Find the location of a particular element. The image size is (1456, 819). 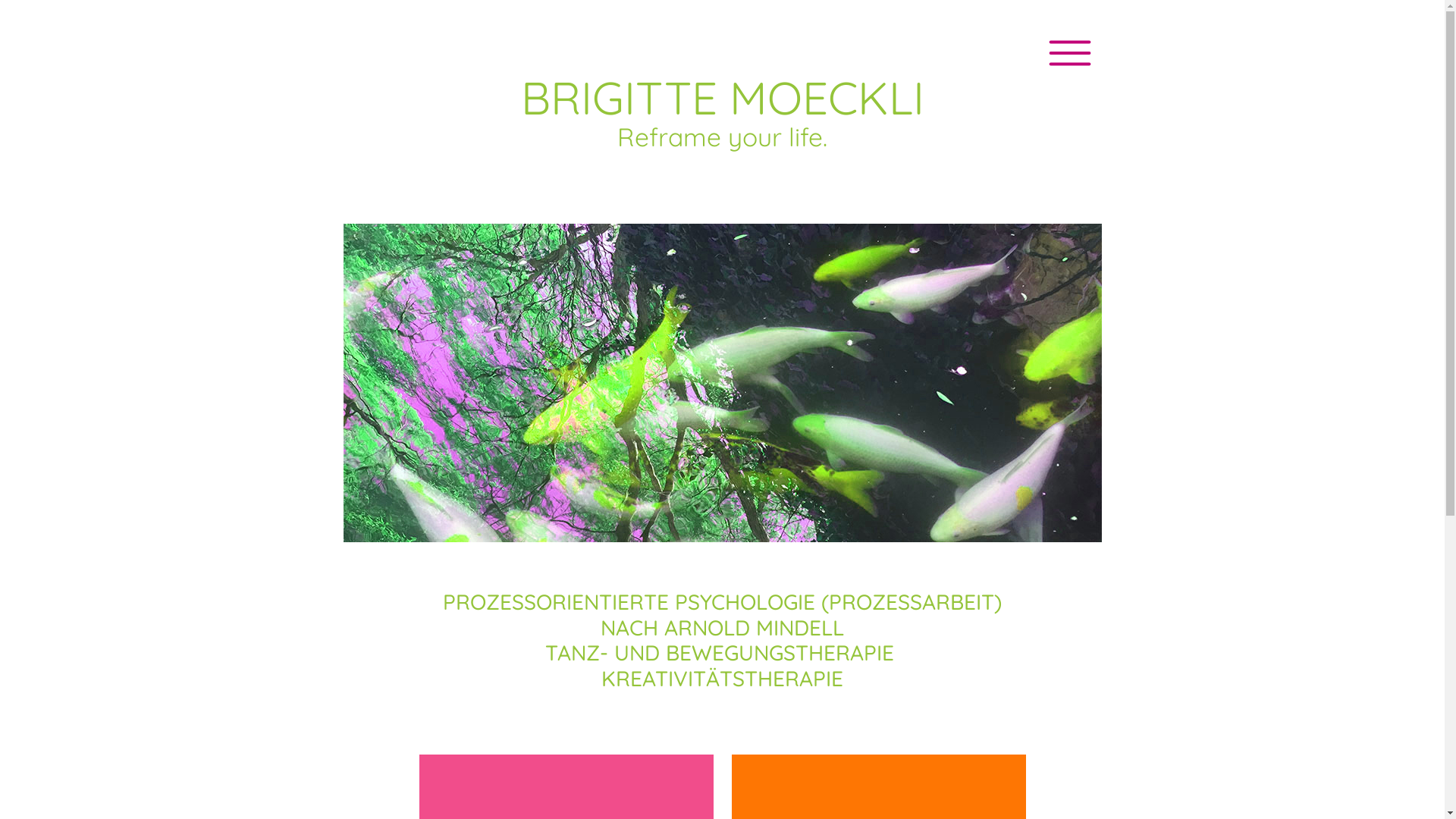

'BRIGITTE MOECKLI' is located at coordinates (720, 97).